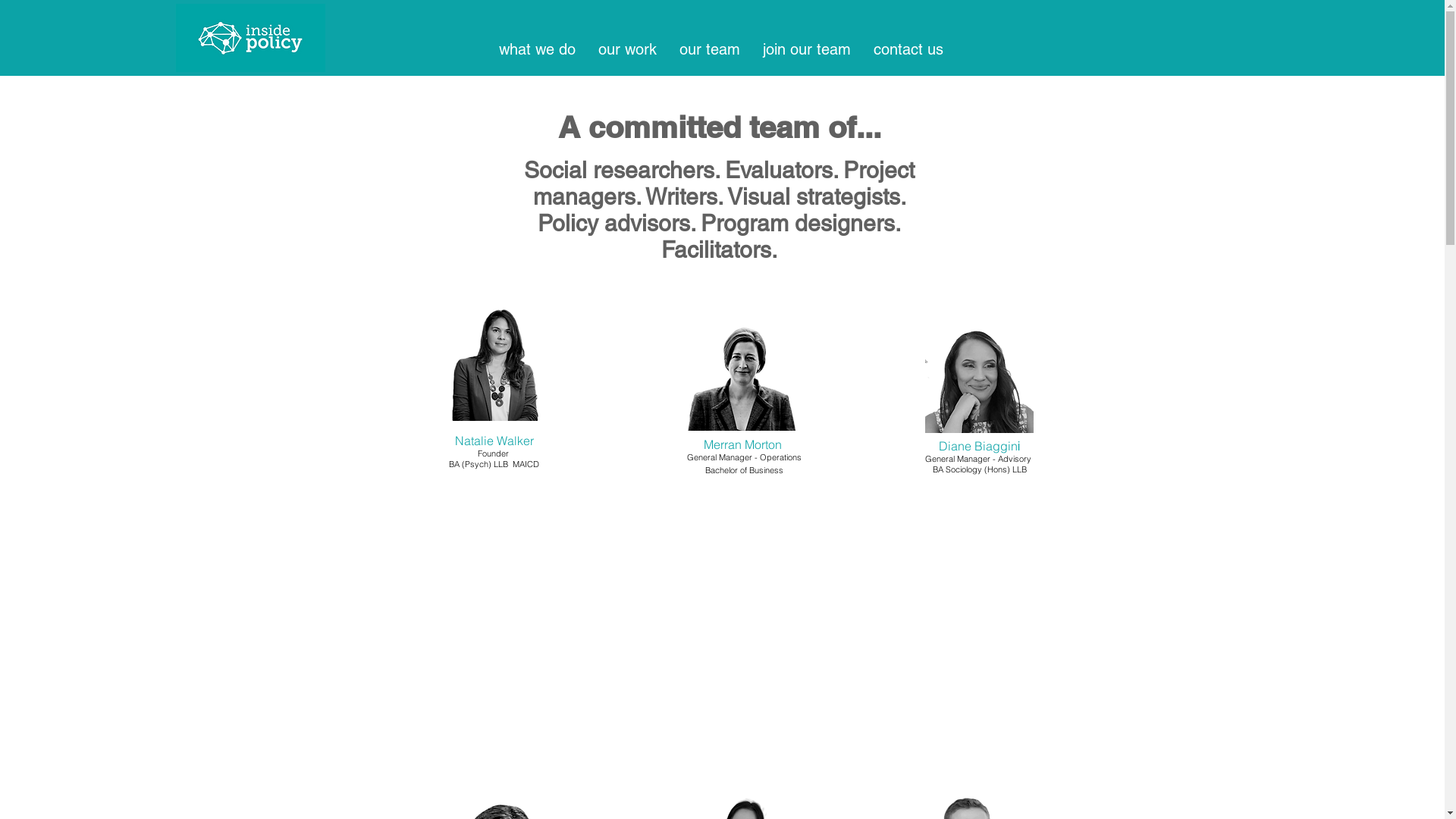  I want to click on 'what we do', so click(536, 49).